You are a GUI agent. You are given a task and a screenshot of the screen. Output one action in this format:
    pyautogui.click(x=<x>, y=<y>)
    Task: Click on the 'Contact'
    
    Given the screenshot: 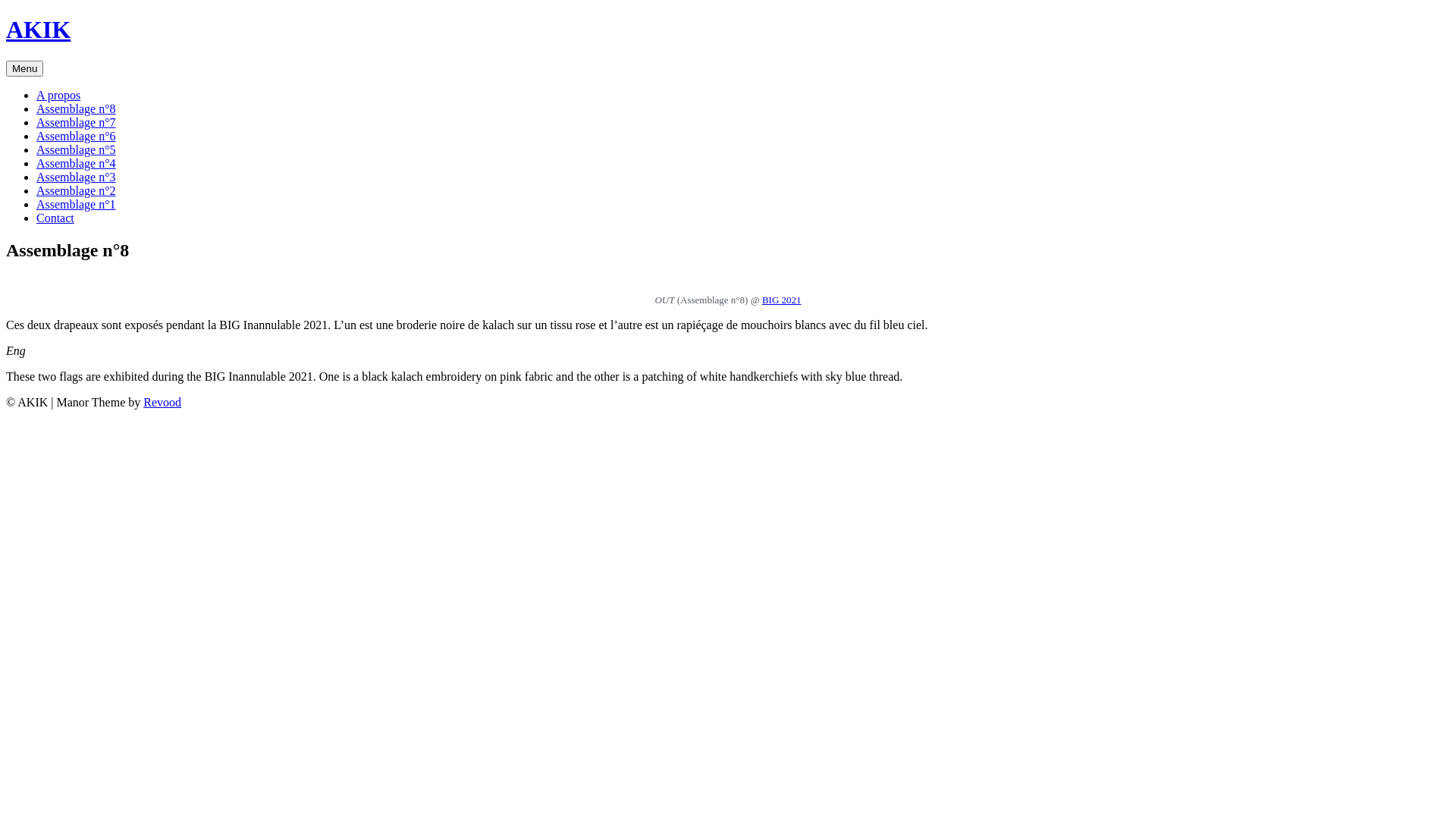 What is the action you would take?
    pyautogui.click(x=55, y=218)
    